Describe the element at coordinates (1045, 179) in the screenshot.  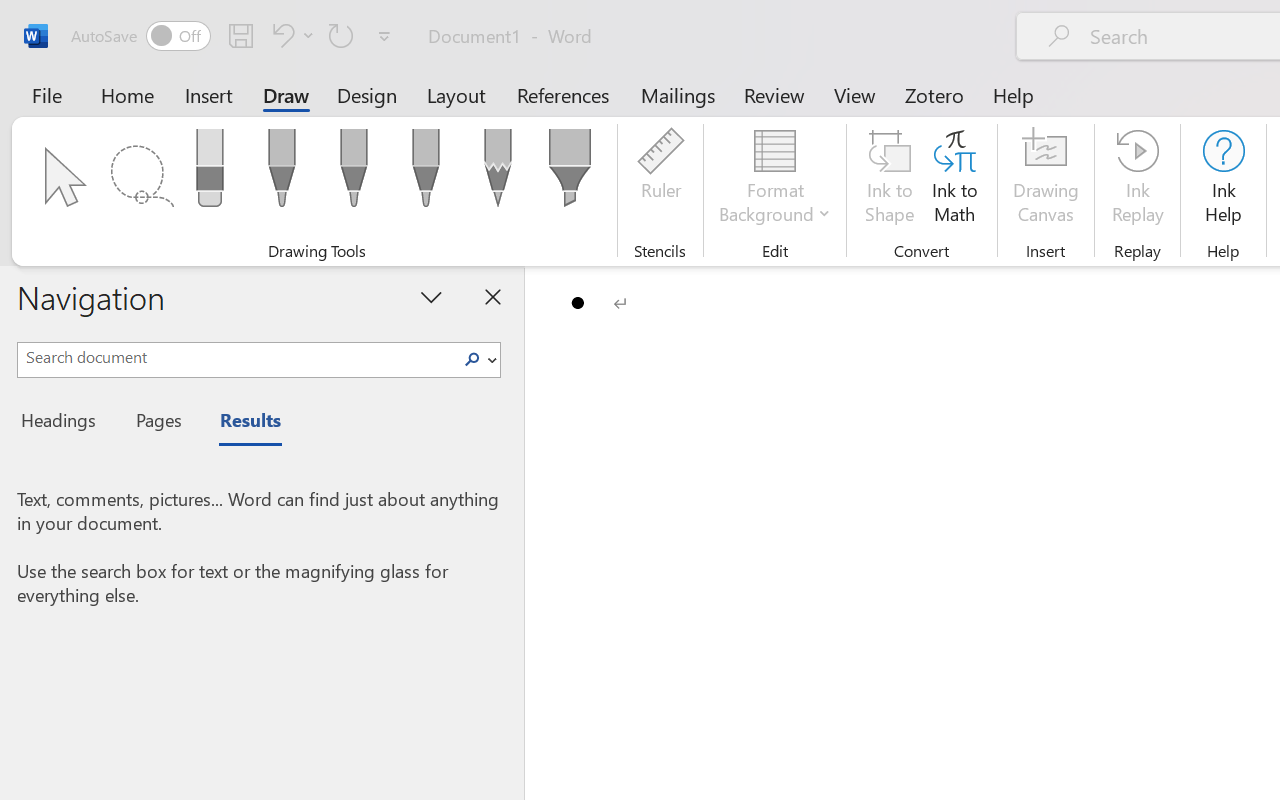
I see `'Drawing Canvas'` at that location.